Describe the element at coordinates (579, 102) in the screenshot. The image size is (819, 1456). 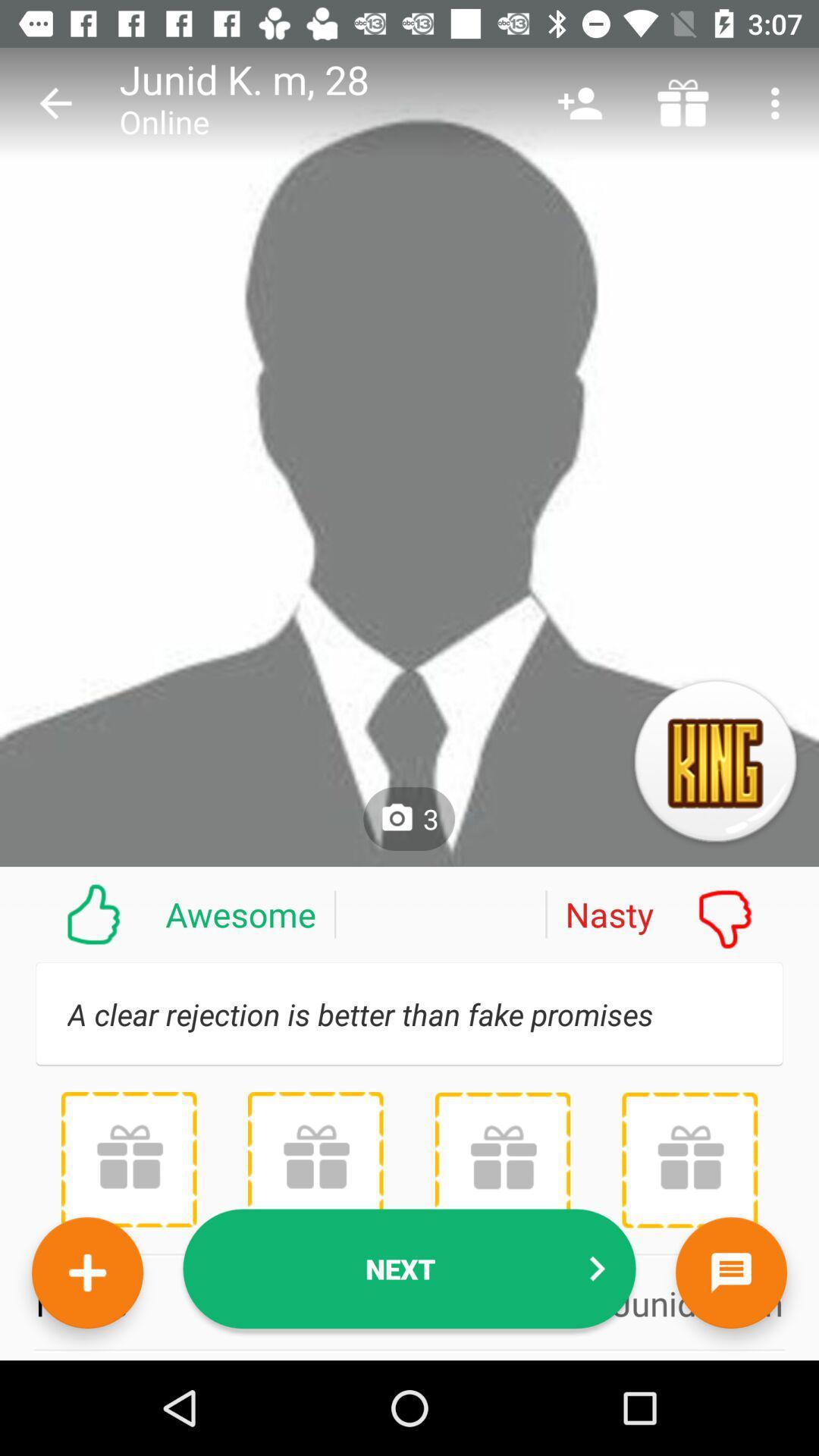
I see `the item above nasty` at that location.